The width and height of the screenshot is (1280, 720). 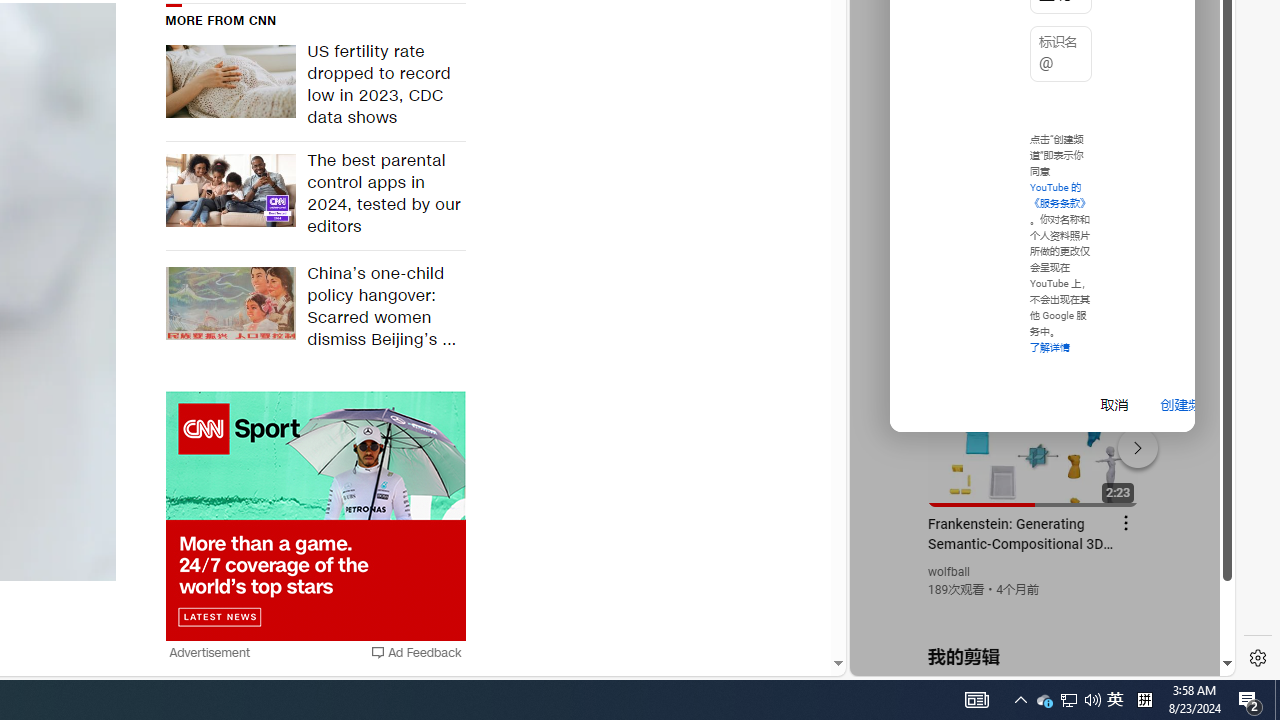 What do you see at coordinates (314, 516) in the screenshot?
I see `'AutomationID: aw0'` at bounding box center [314, 516].